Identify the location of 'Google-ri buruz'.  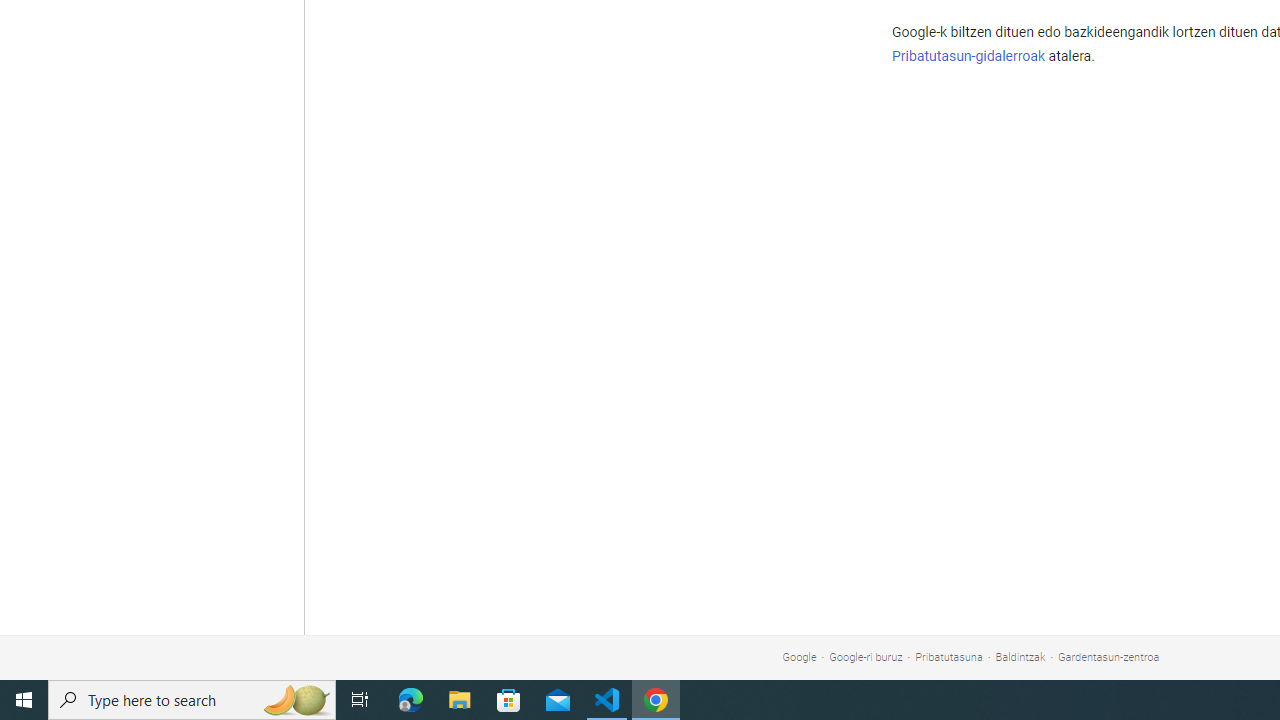
(865, 657).